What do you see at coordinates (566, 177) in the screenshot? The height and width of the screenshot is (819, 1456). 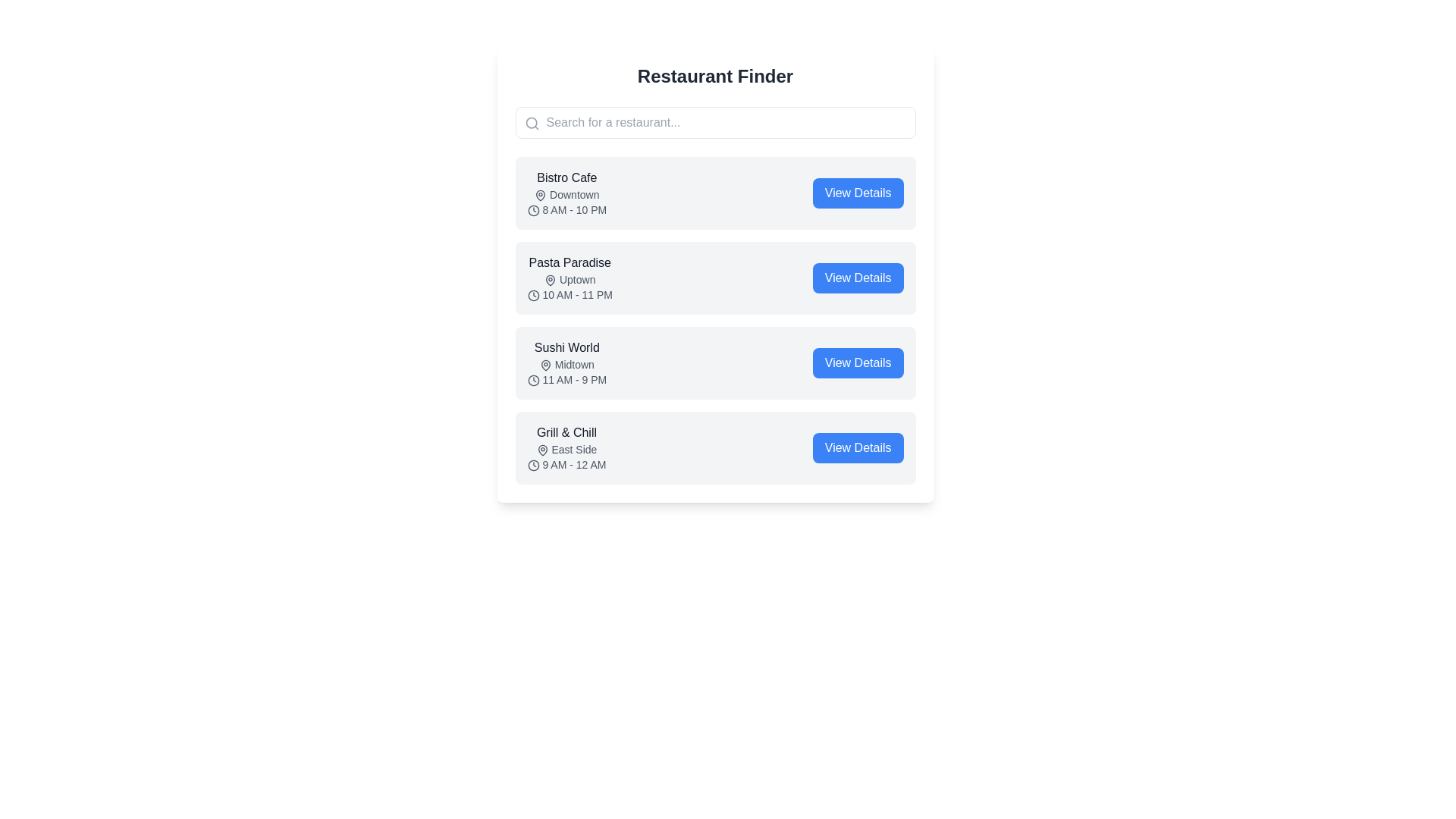 I see `the 'Bistro Cafe' text label` at bounding box center [566, 177].